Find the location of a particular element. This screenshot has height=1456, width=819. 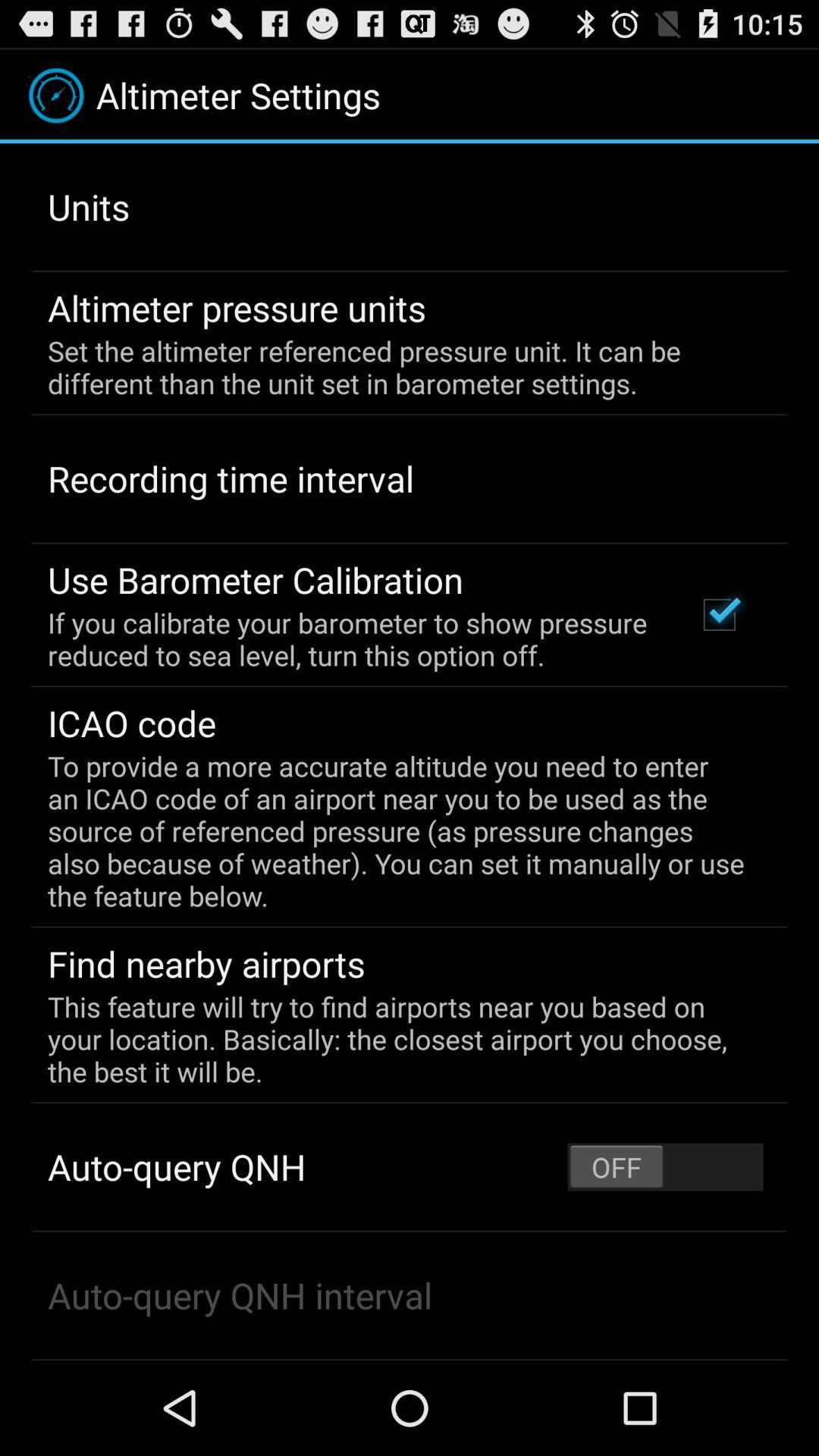

the icon next to the auto-query qnh app is located at coordinates (664, 1166).